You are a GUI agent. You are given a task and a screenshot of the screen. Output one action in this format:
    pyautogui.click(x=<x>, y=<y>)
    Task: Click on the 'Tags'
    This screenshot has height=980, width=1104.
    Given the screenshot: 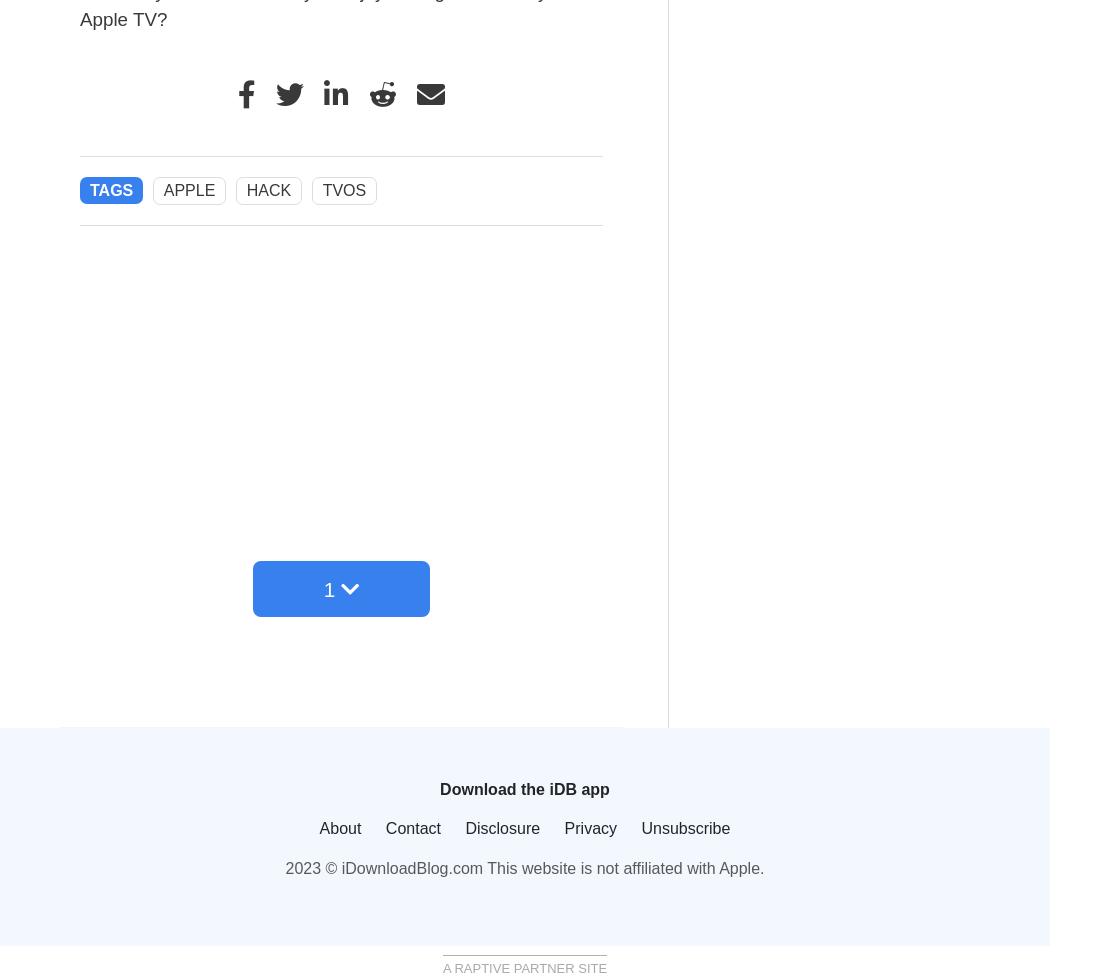 What is the action you would take?
    pyautogui.click(x=110, y=190)
    